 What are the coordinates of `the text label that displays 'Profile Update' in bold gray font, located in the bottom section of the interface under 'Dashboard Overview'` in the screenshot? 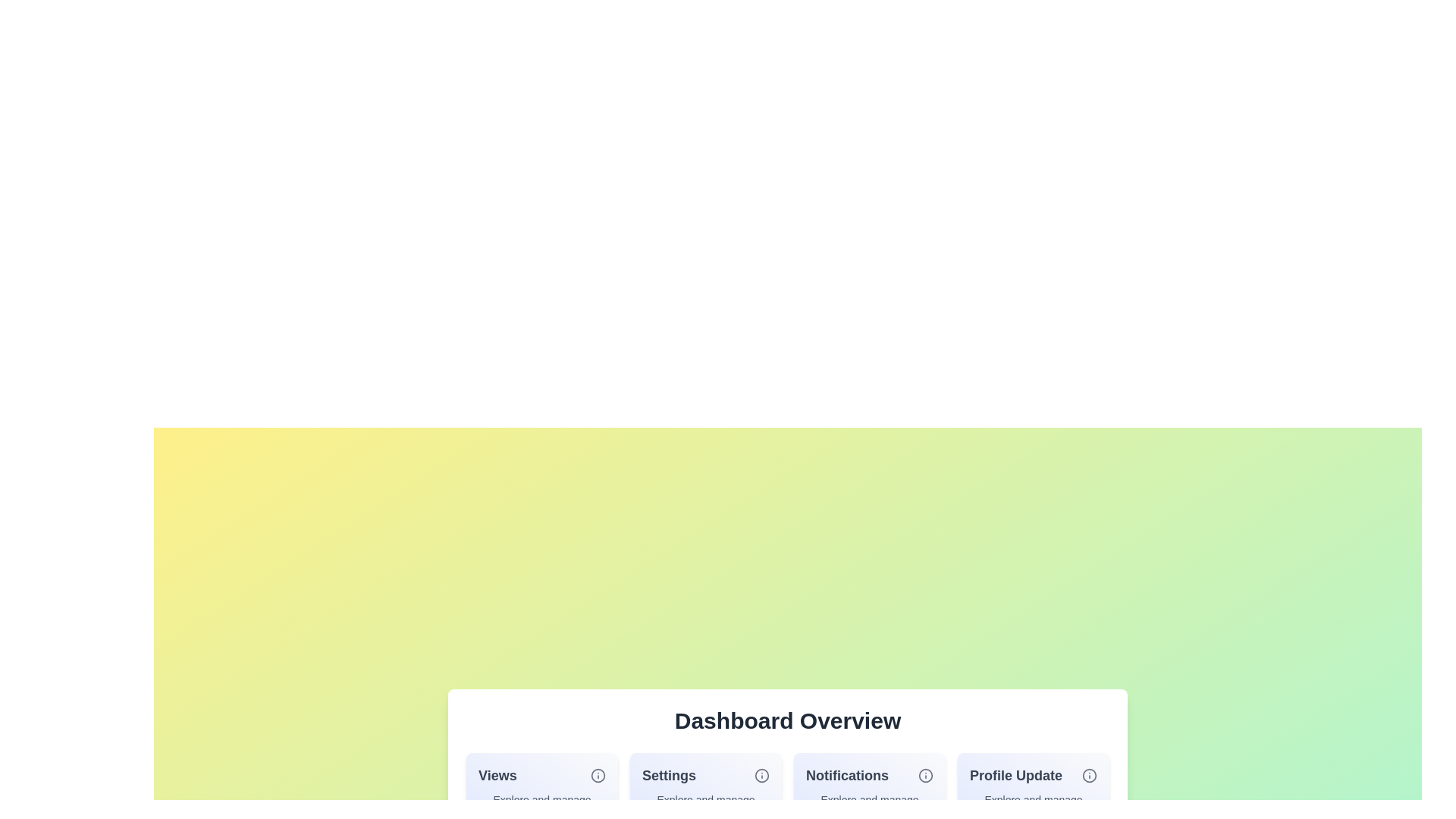 It's located at (1015, 775).